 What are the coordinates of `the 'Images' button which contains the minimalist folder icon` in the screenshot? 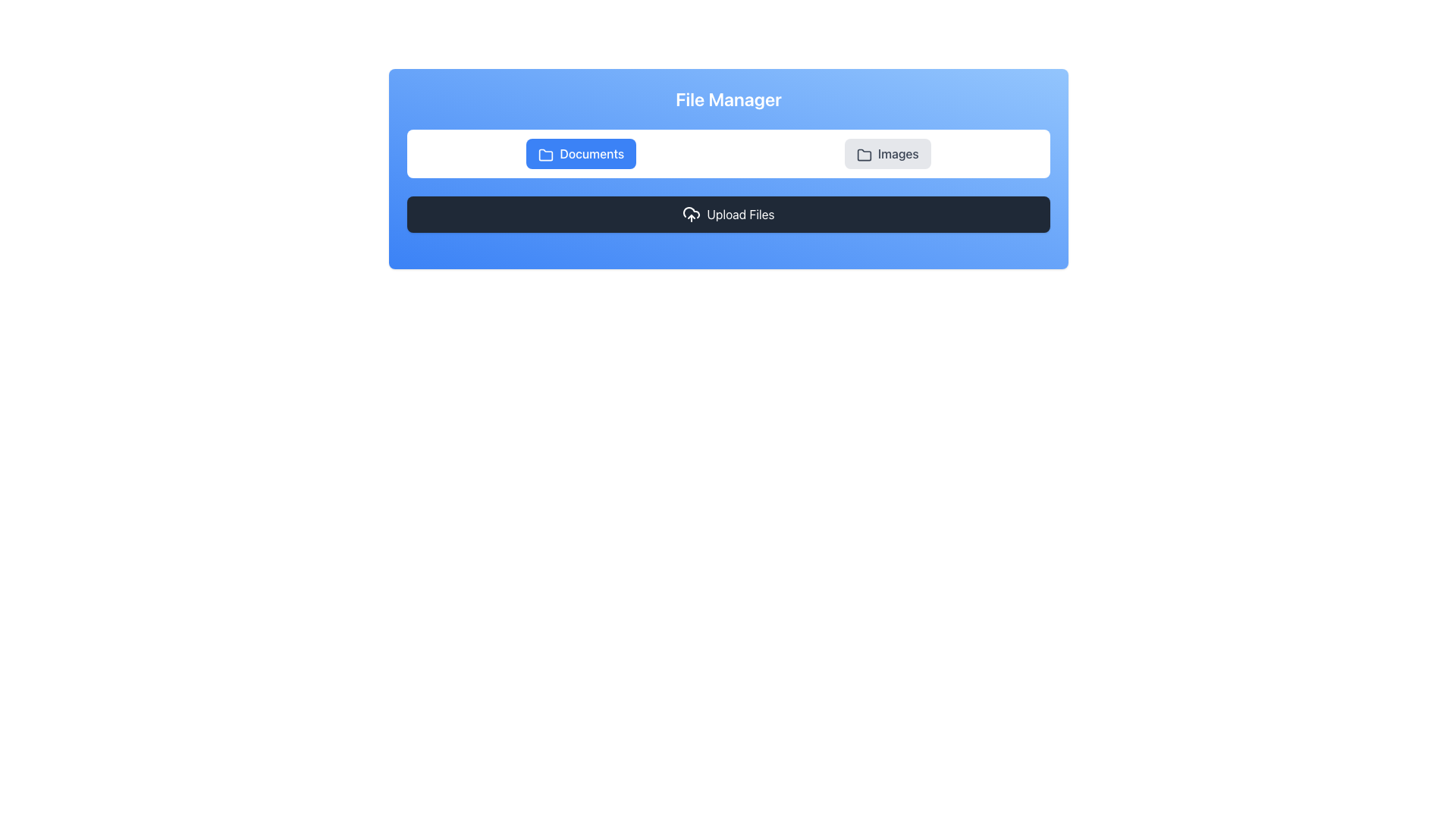 It's located at (864, 155).